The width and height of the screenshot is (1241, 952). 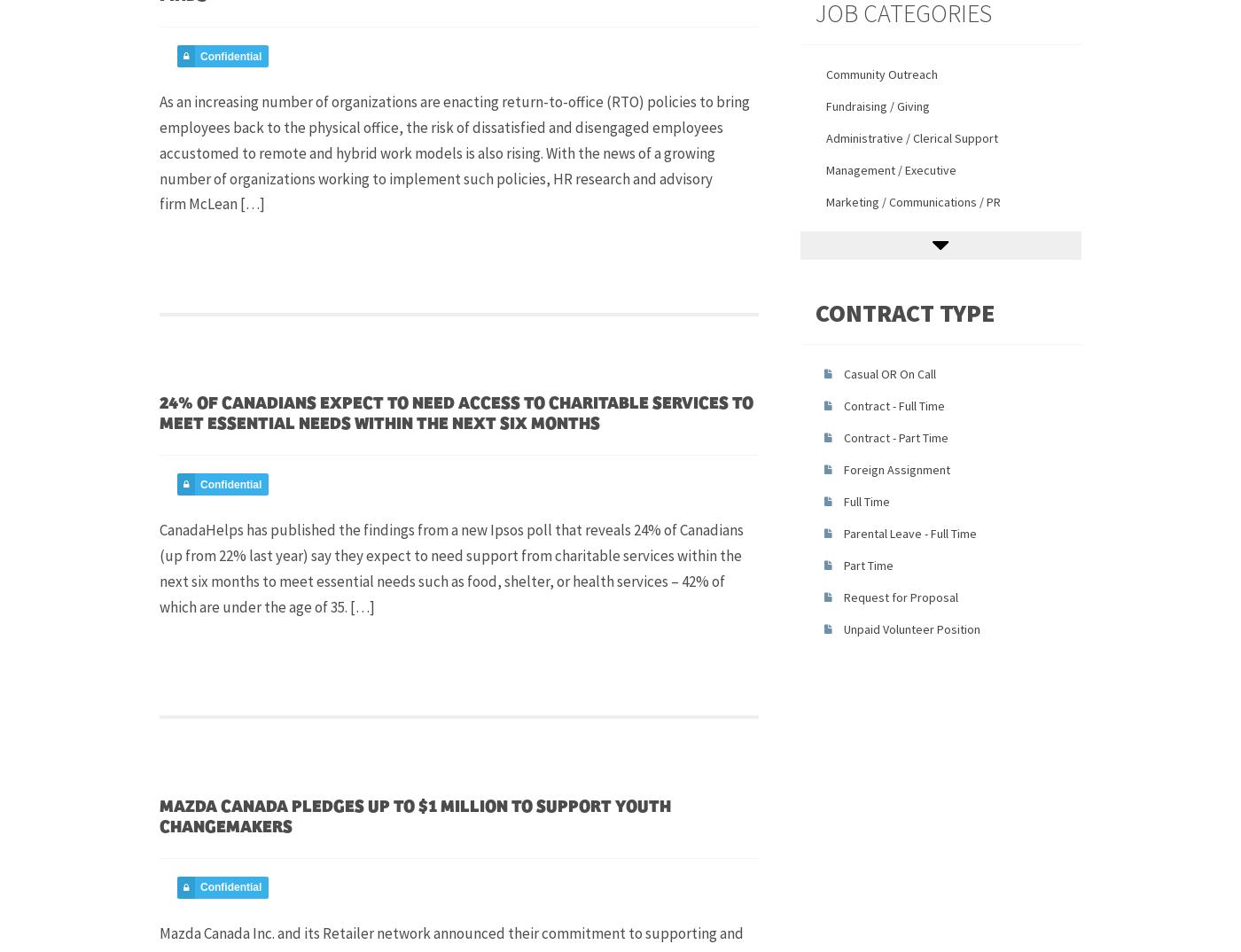 What do you see at coordinates (890, 168) in the screenshot?
I see `'Management / Executive'` at bounding box center [890, 168].